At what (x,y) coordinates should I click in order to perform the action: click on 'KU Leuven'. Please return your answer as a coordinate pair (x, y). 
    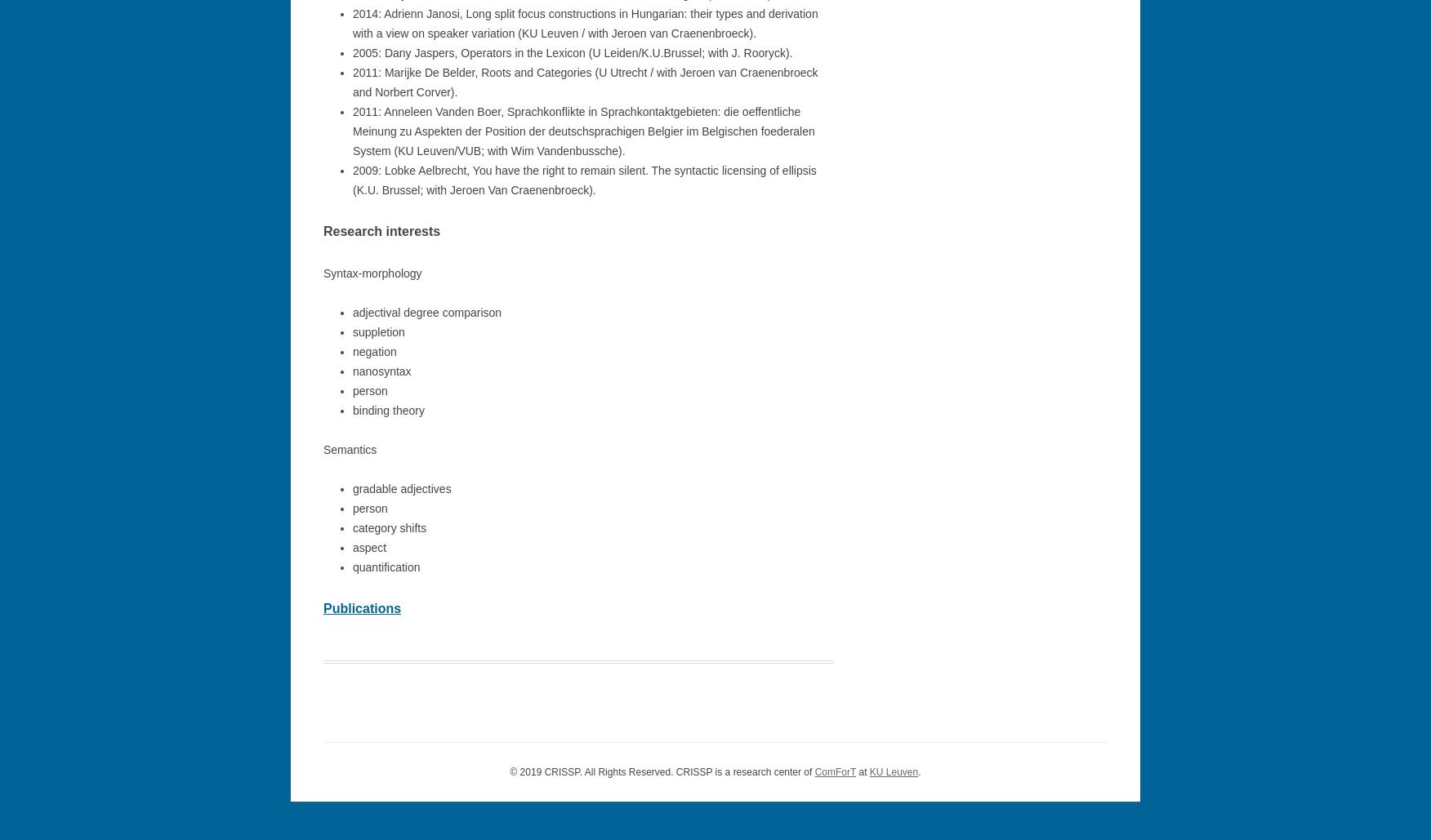
    Looking at the image, I should click on (893, 771).